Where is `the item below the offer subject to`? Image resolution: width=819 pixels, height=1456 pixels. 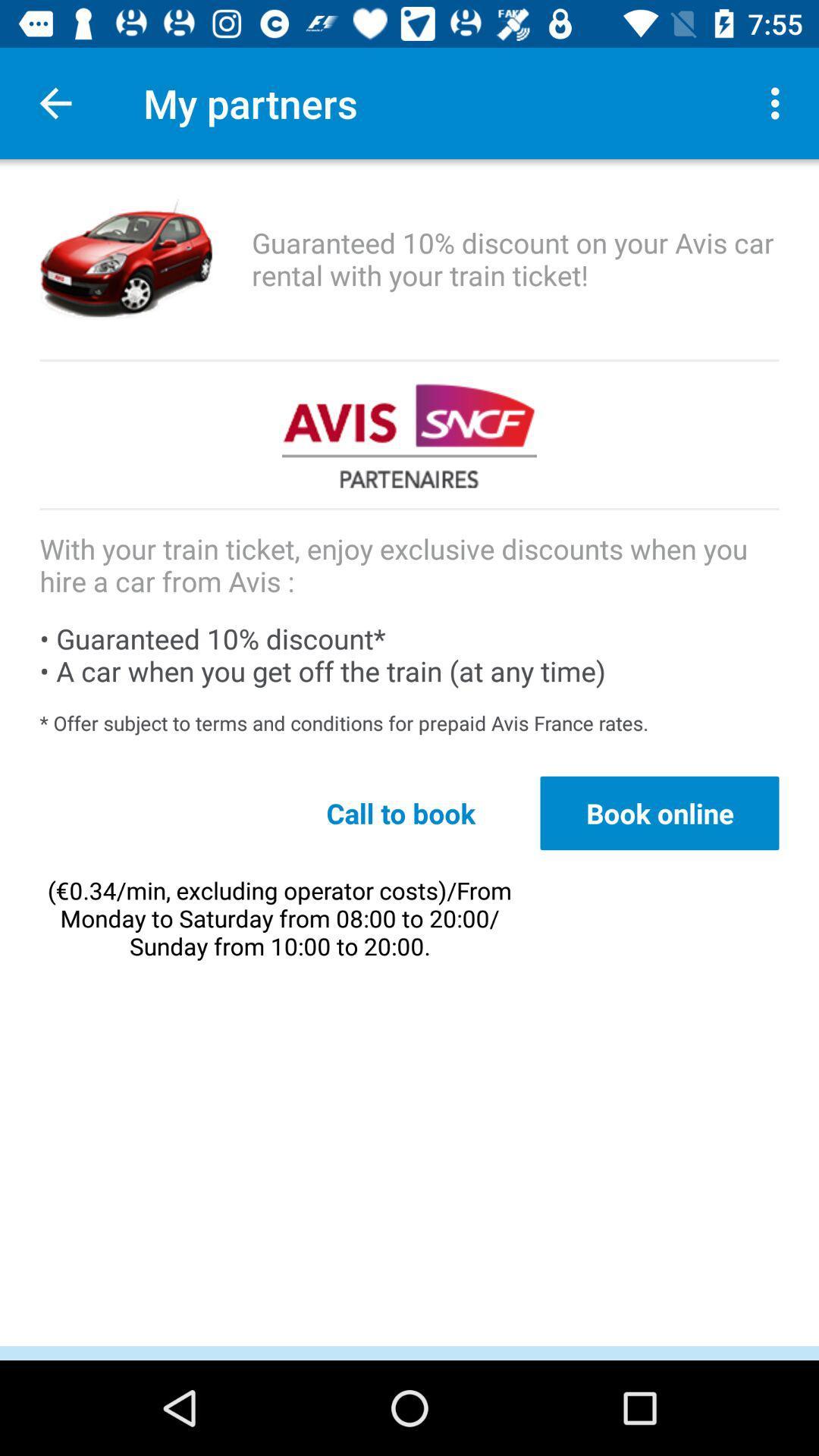 the item below the offer subject to is located at coordinates (659, 812).